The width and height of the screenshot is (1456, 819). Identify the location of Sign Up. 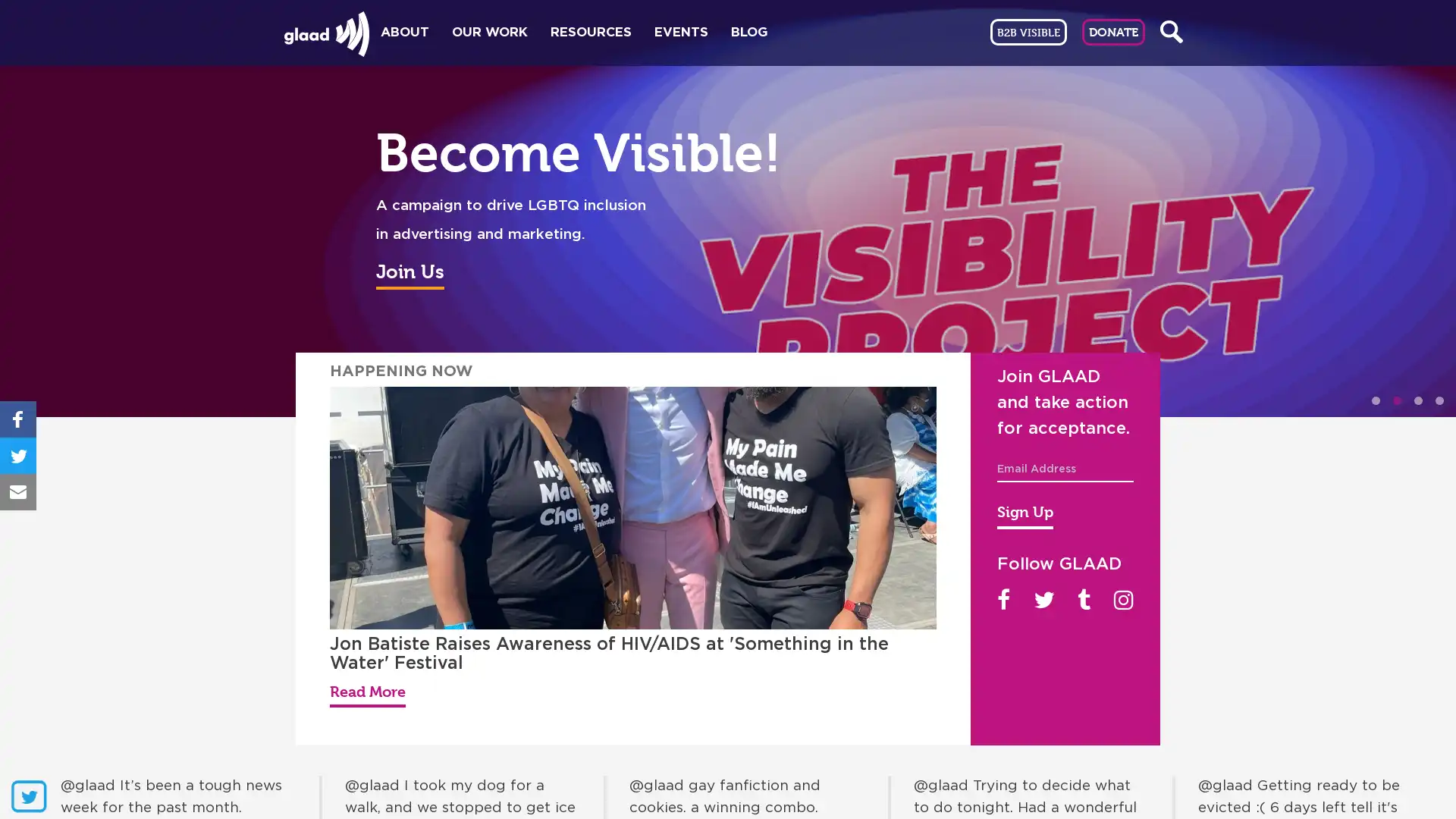
(1025, 513).